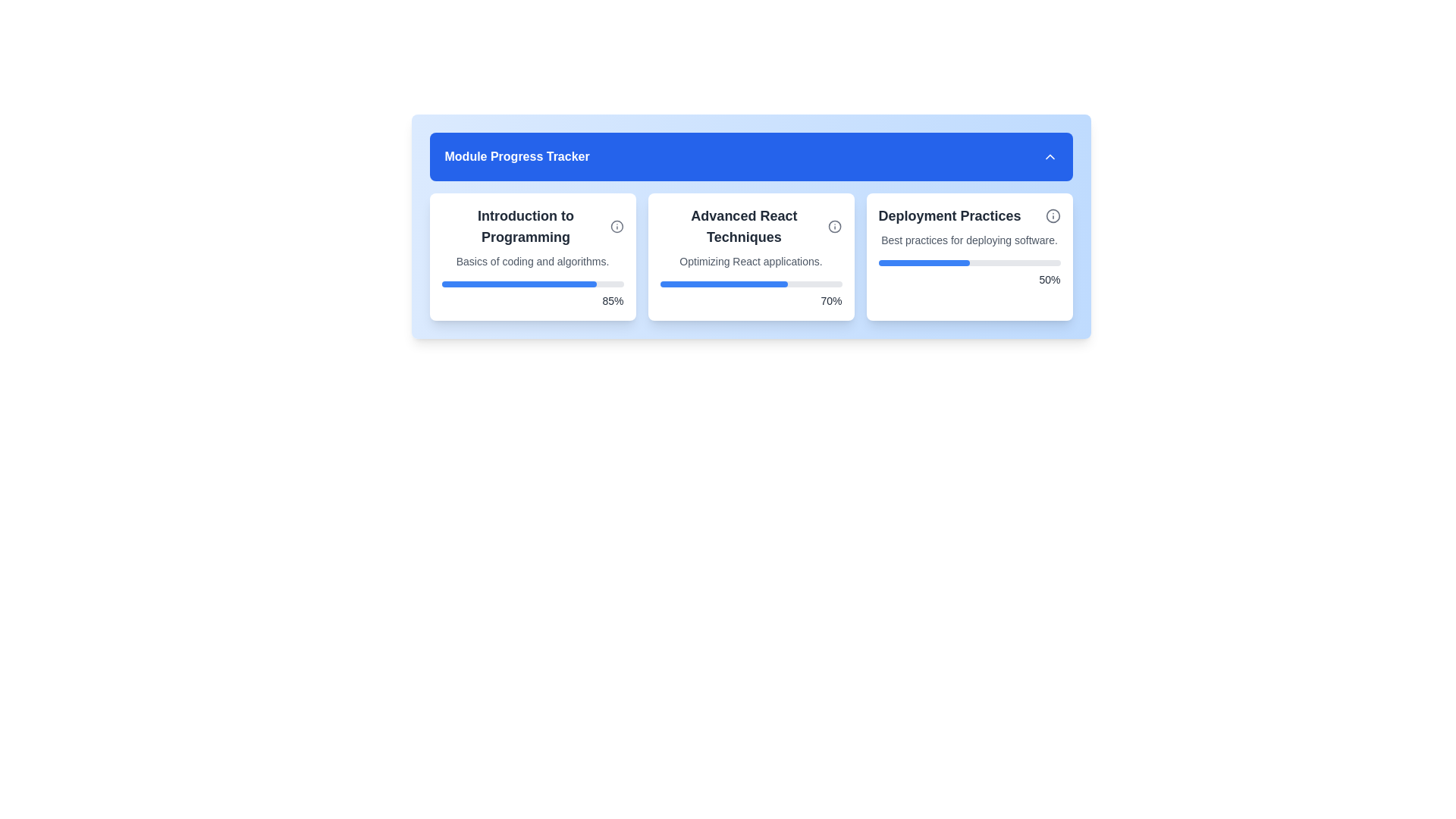 This screenshot has height=819, width=1456. I want to click on the horizontal progress bar with a light gray background and blue filled portion, located in the card titled 'Introduction to Programming', centered horizontally and showing '85%' progress, so click(532, 284).